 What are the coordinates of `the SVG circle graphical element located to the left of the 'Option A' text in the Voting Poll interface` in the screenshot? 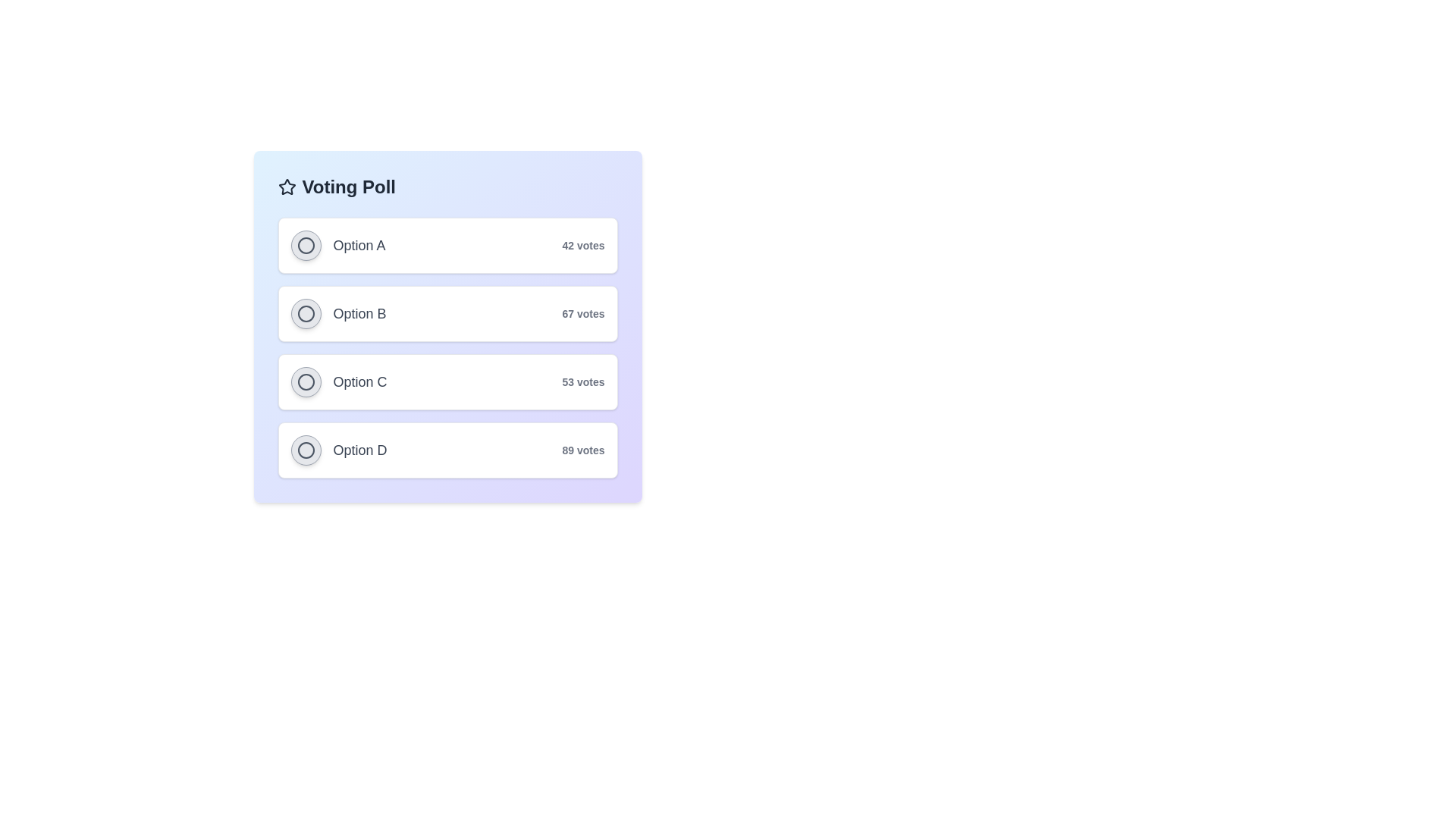 It's located at (305, 245).